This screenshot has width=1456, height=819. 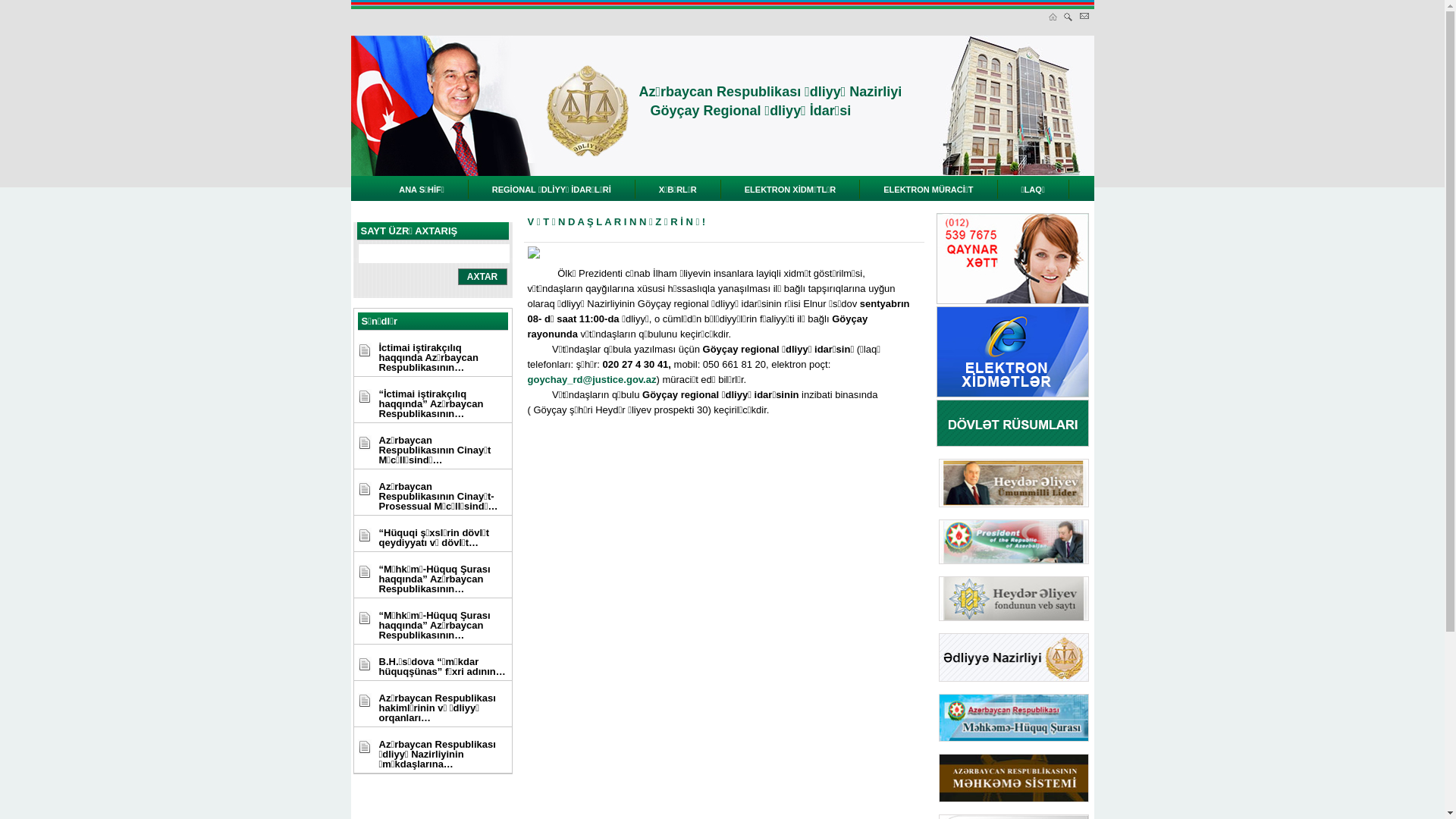 I want to click on 'AXTAR', so click(x=482, y=277).